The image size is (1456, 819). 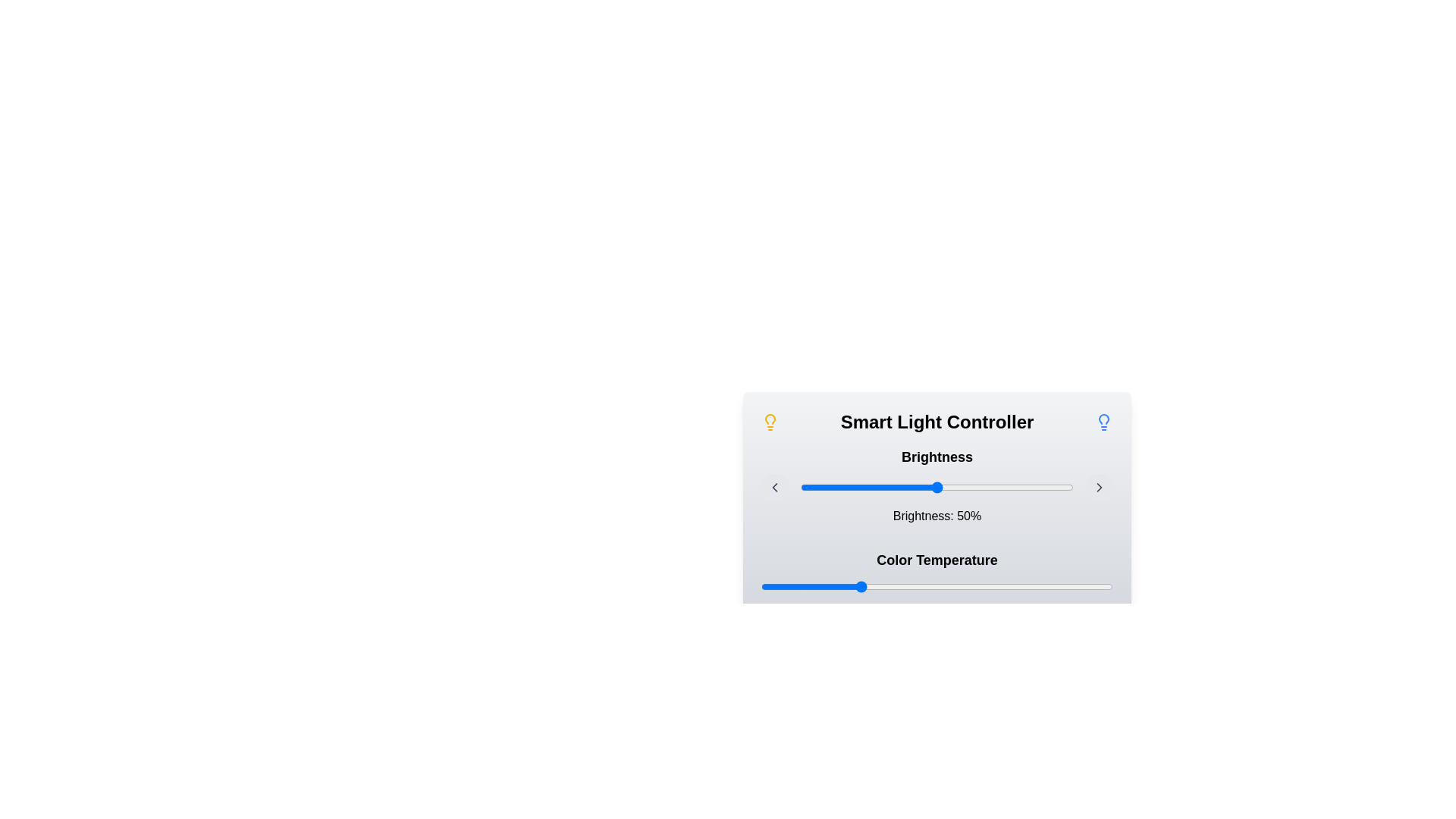 I want to click on the yellow light bulb icon located to the left of the 'Smart Light Controller' label to interact with the controller features, so click(x=770, y=422).